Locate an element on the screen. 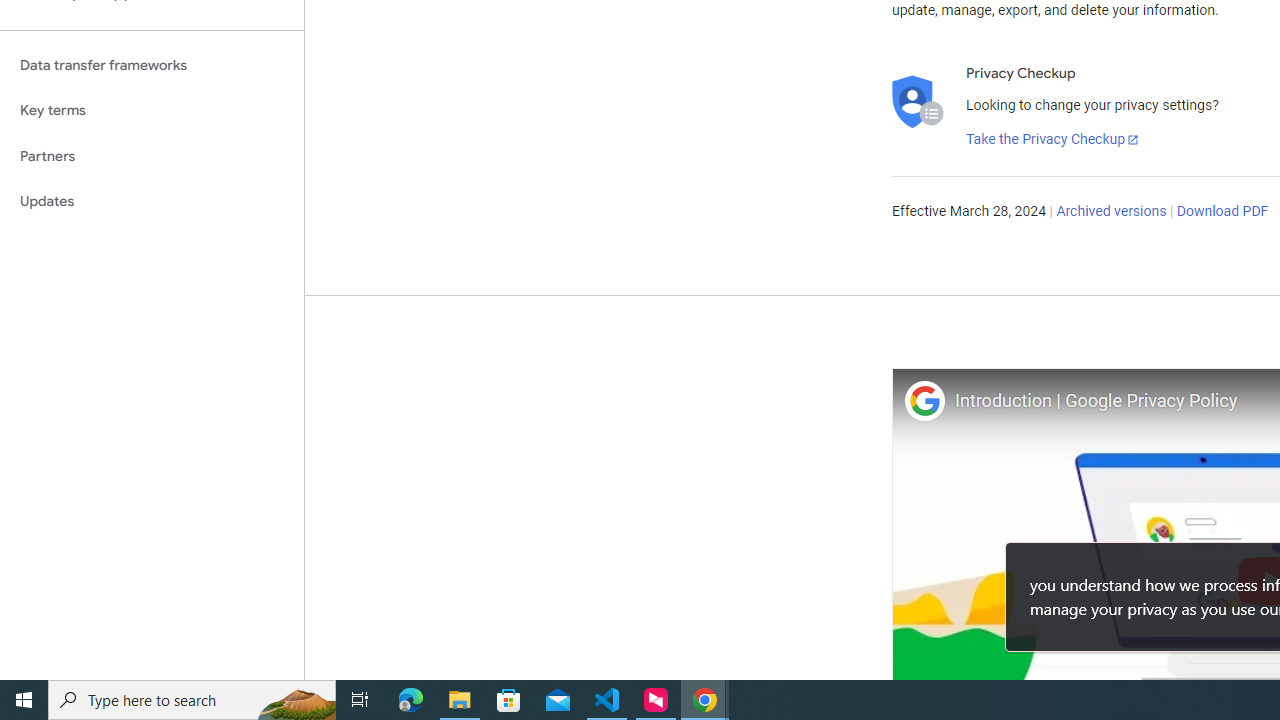  'Photo image of Google' is located at coordinates (923, 400).